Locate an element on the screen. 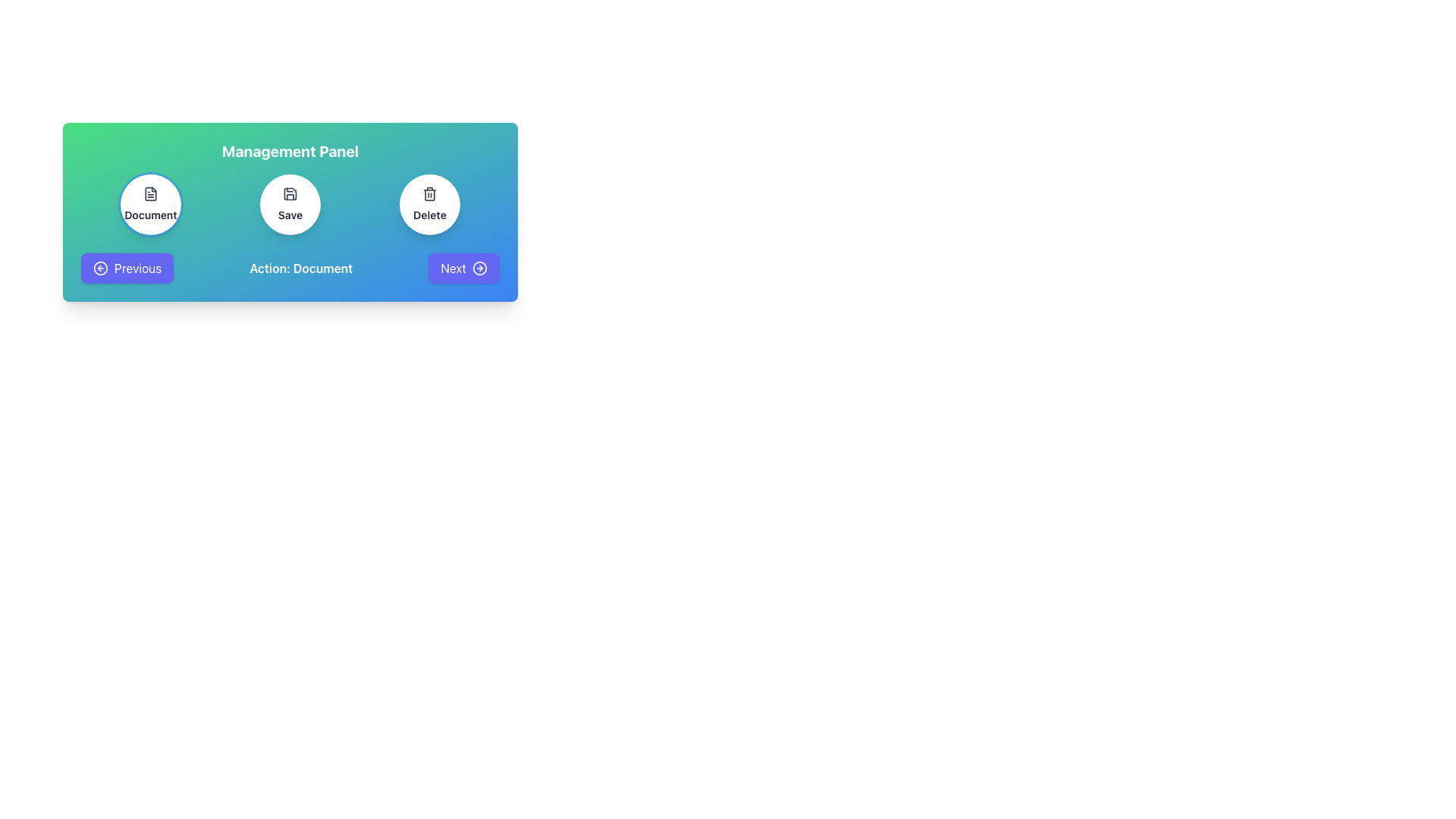 The width and height of the screenshot is (1456, 819). the 'Save' button located in the Management Panel, which is the second button in a horizontal group of three buttons is located at coordinates (290, 205).